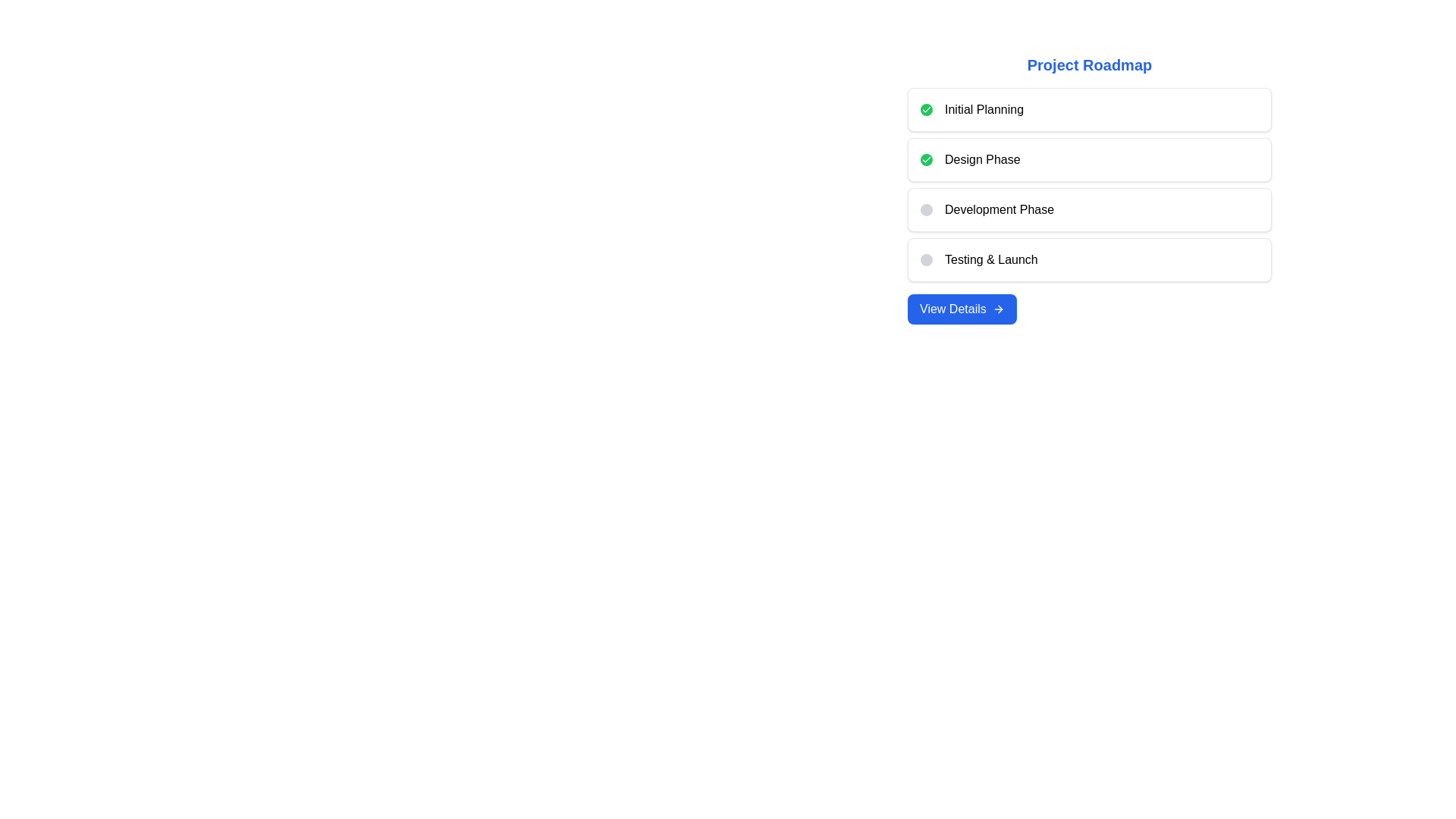 The image size is (1456, 819). I want to click on the right-pointing arrow icon next to the 'View Details' button, so click(998, 309).